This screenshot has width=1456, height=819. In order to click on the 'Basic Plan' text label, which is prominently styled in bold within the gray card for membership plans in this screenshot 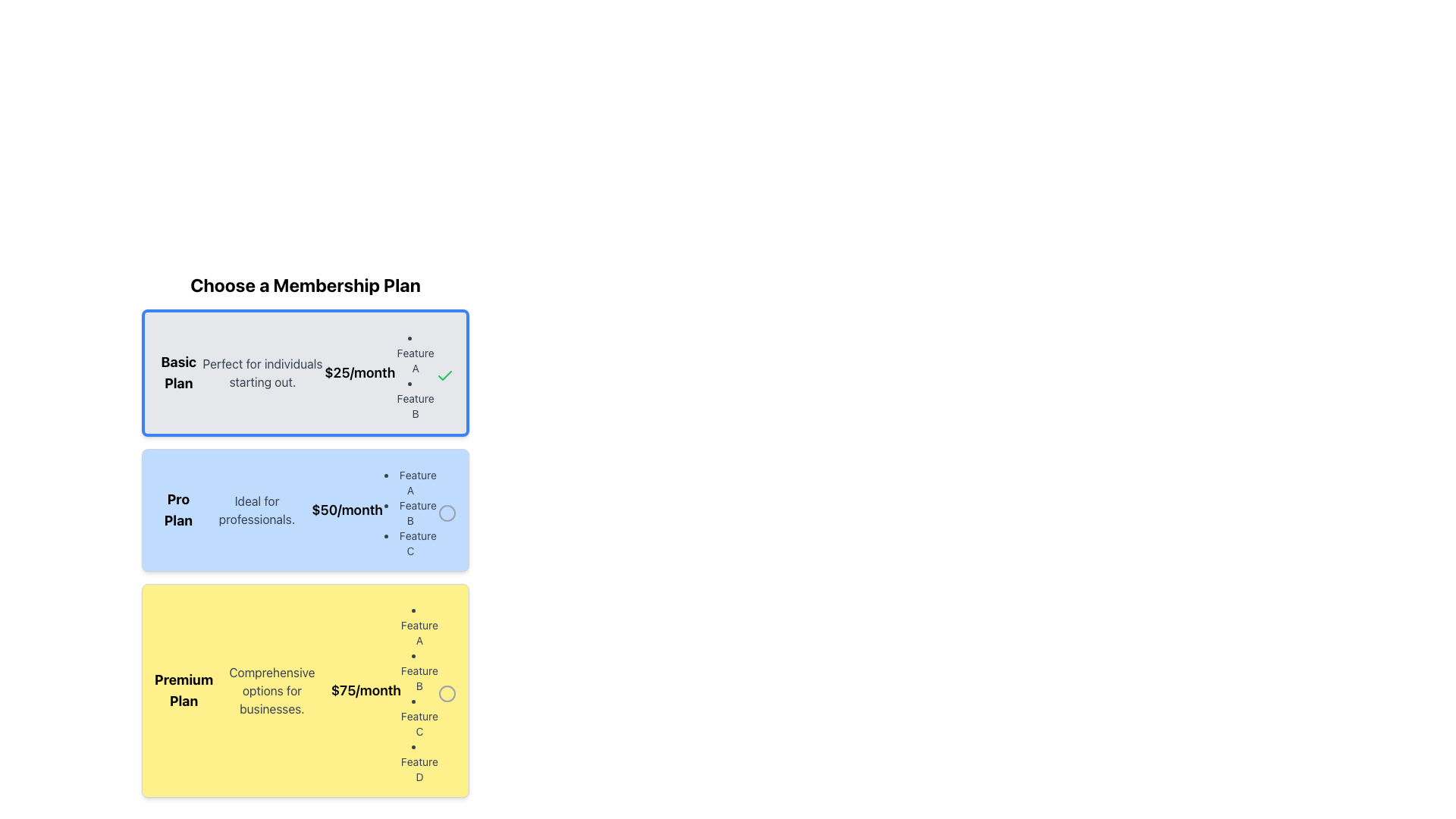, I will do `click(178, 373)`.